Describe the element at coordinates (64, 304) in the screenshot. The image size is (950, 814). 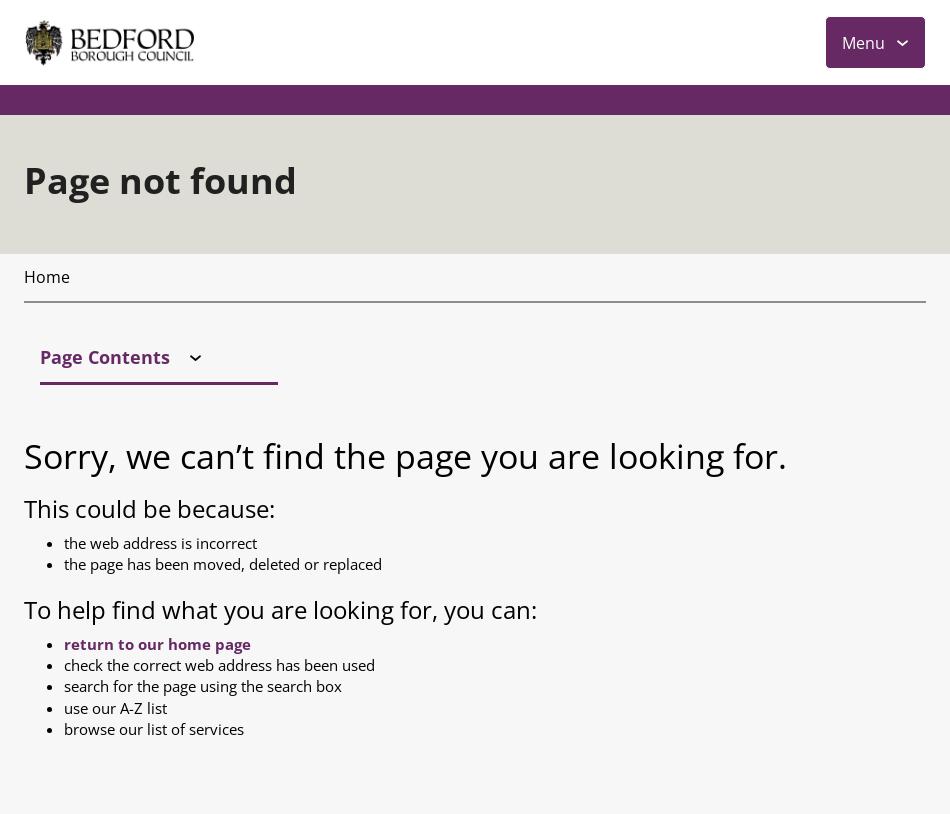
I see `'browse our list of services'` at that location.